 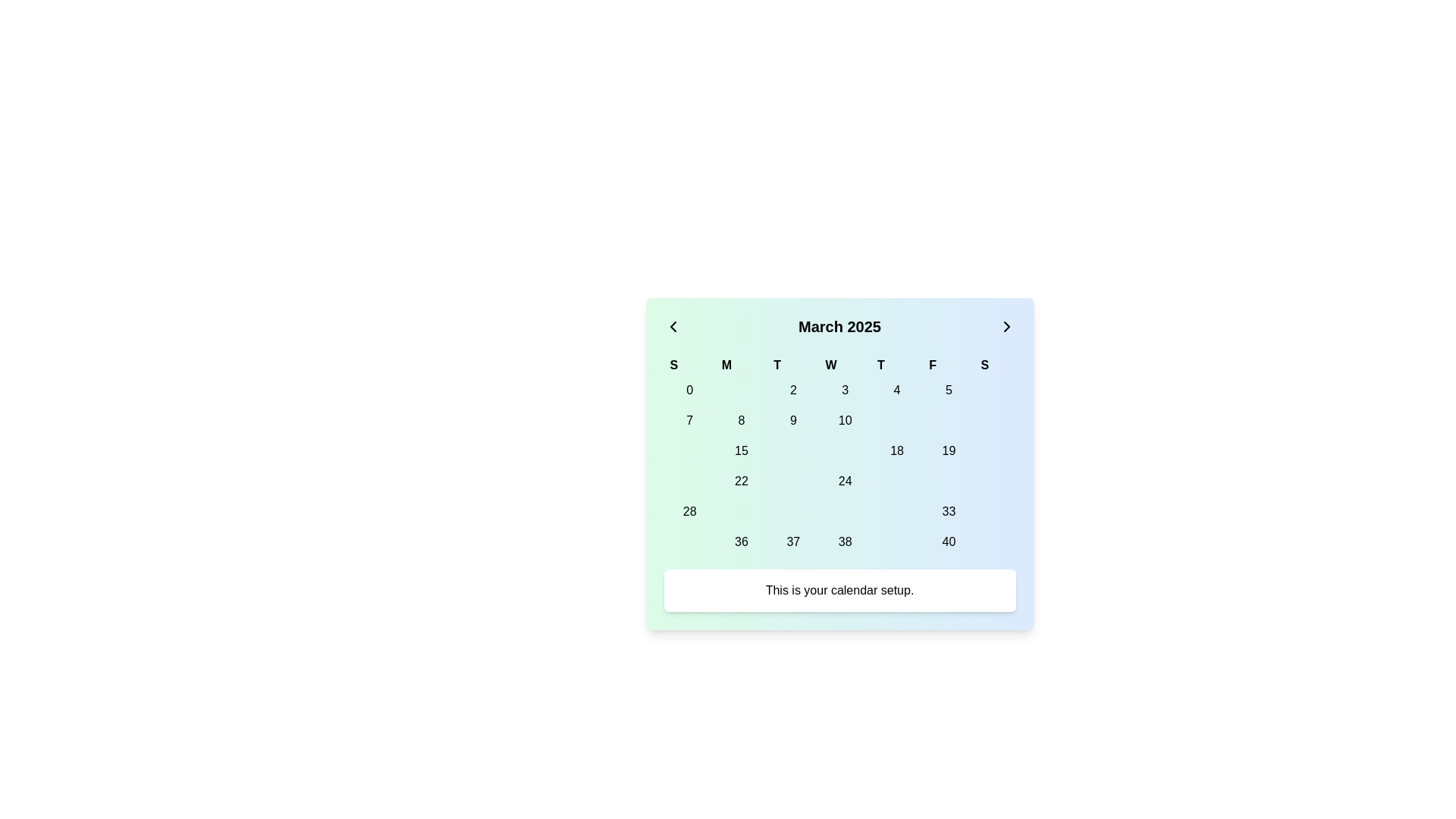 What do you see at coordinates (844, 541) in the screenshot?
I see `the text label displaying '38', which is the fourth element in the row of dates in the calendar grid for March 2025` at bounding box center [844, 541].